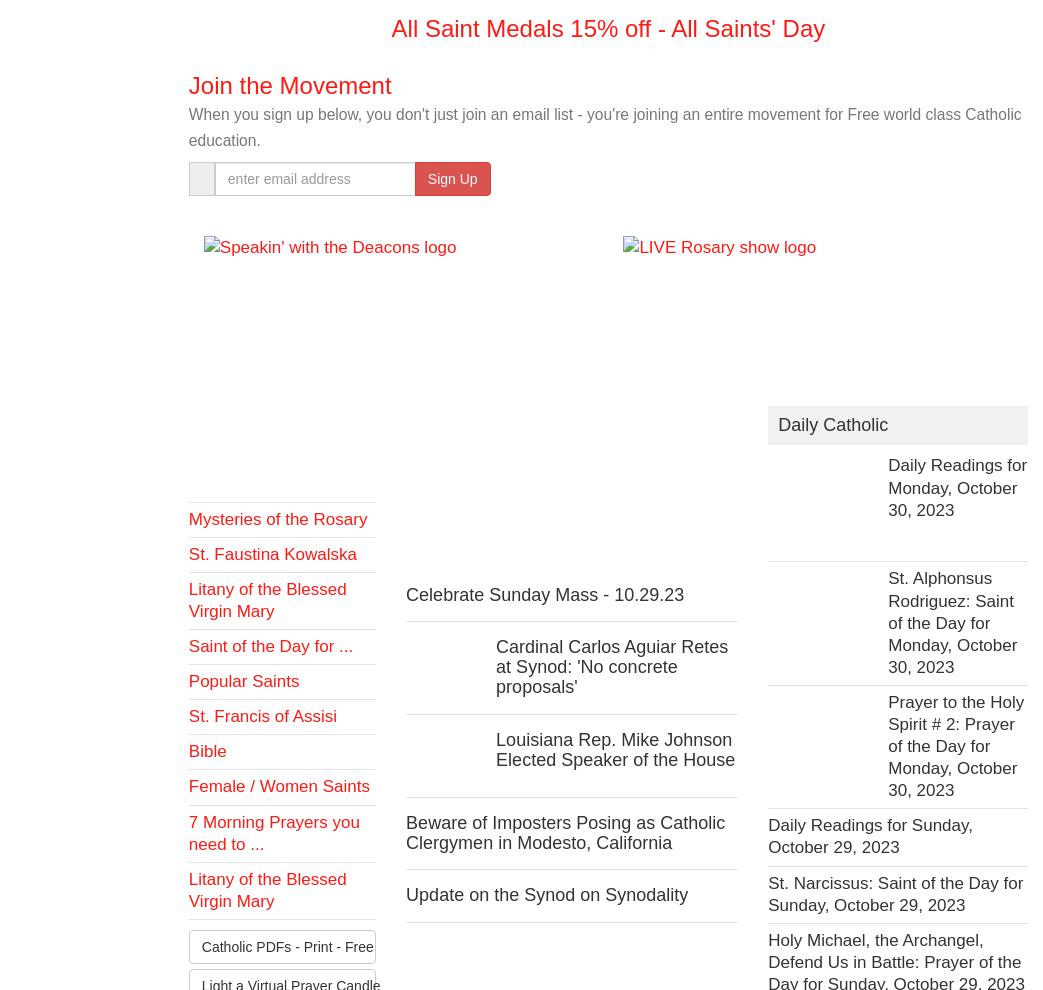 Image resolution: width=1043 pixels, height=990 pixels. What do you see at coordinates (186, 84) in the screenshot?
I see `'Join the Movement'` at bounding box center [186, 84].